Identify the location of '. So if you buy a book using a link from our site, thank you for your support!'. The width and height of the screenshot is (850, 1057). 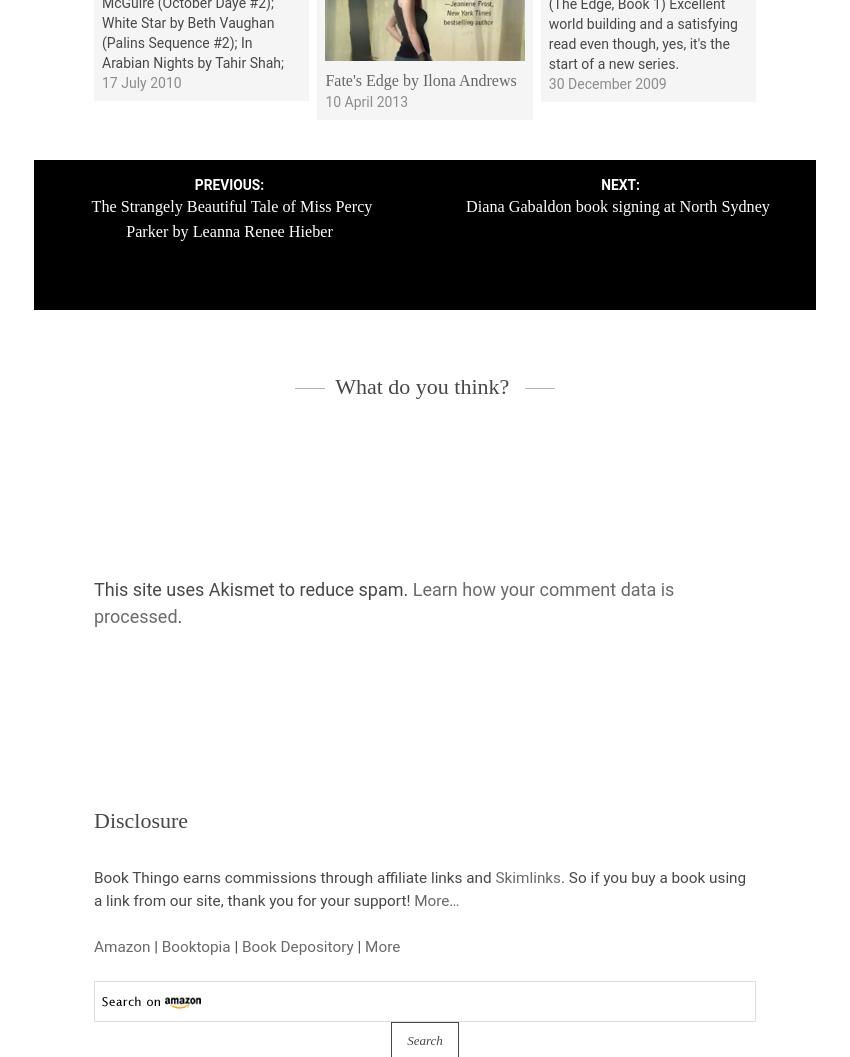
(419, 887).